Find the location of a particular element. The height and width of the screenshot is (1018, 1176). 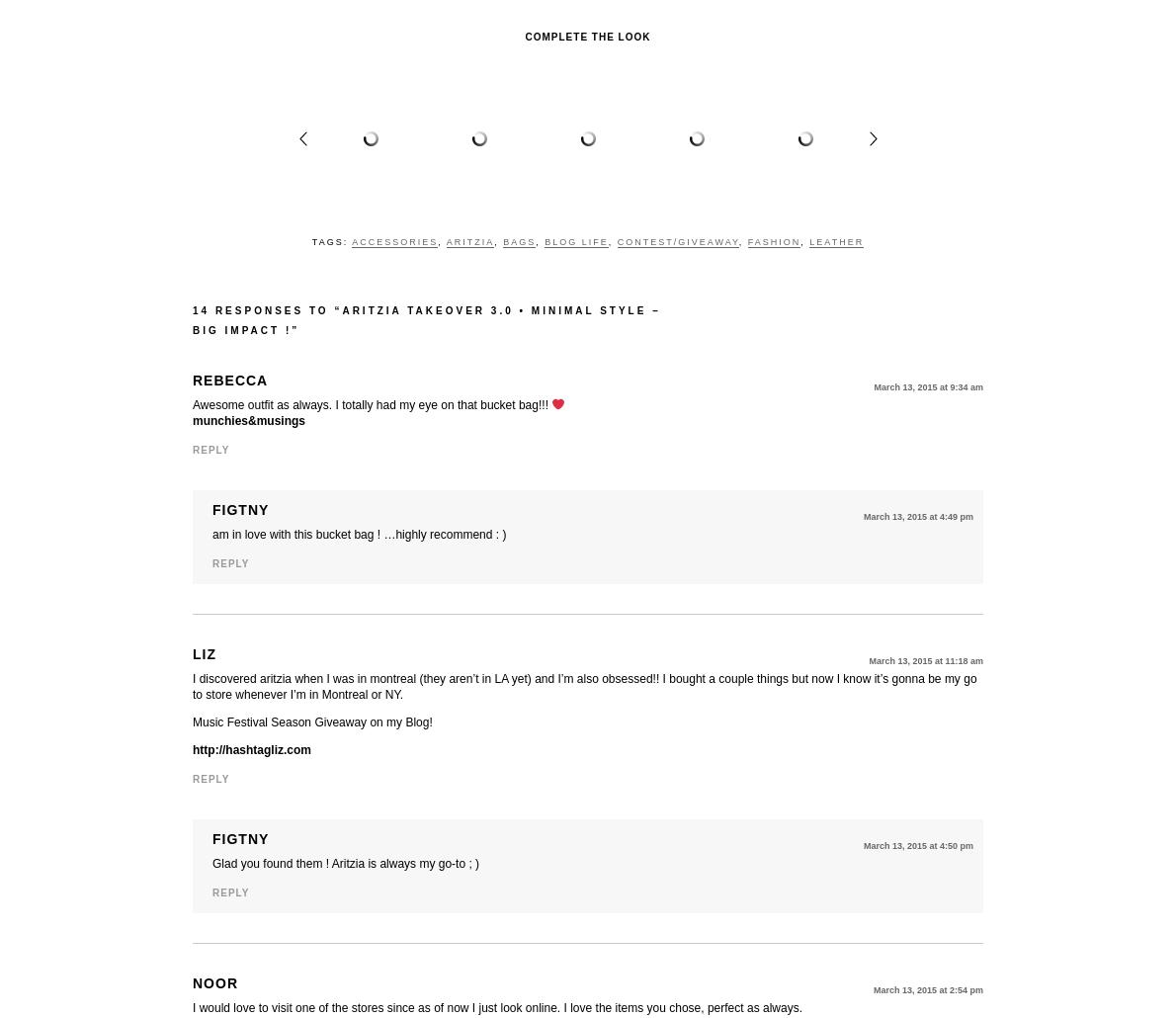

'Glad you found them ! Aritzia is always my go-to ; )' is located at coordinates (344, 863).